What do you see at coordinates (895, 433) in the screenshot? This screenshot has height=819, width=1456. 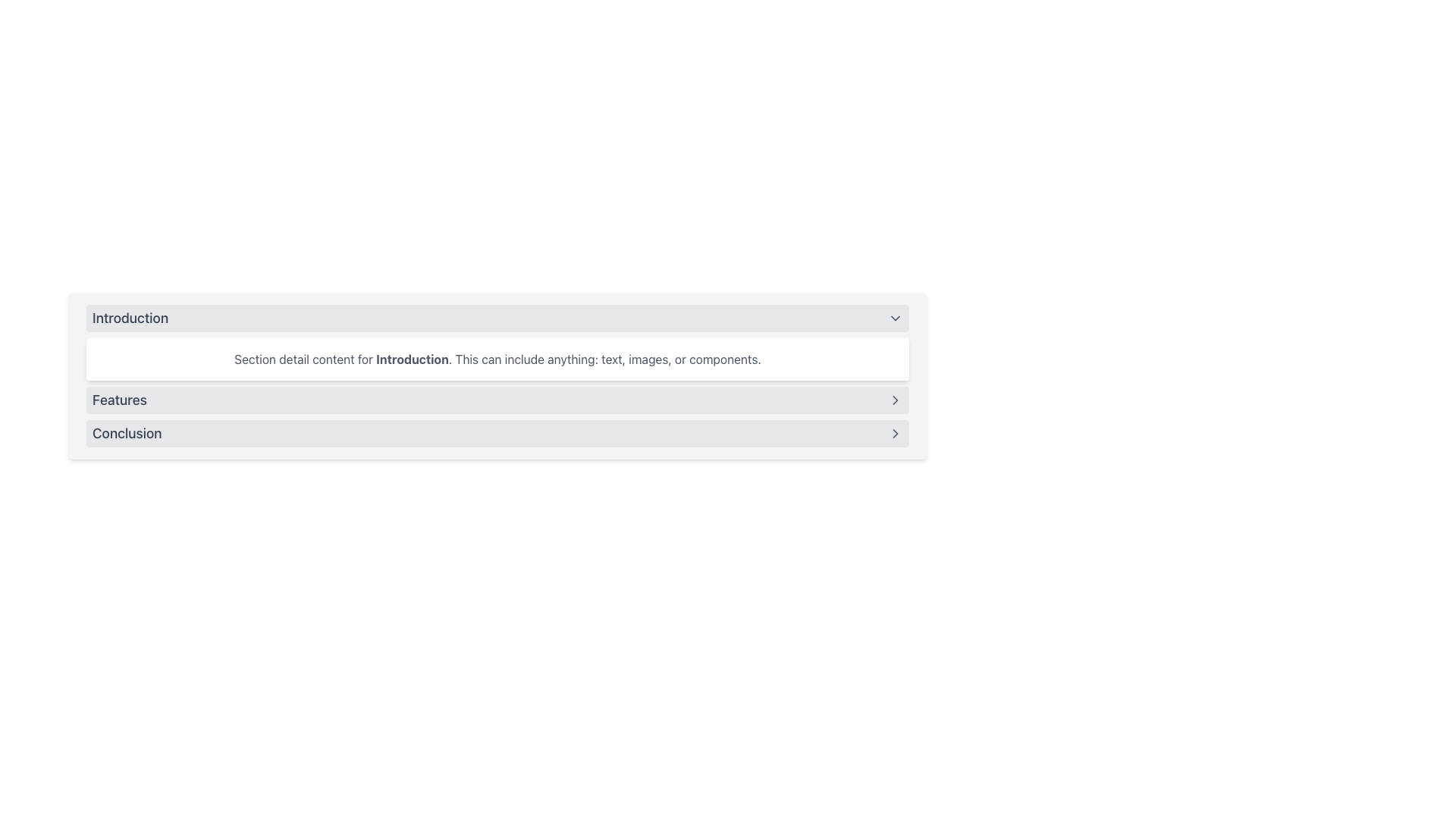 I see `the rightward arrow icon located at the right-hand side of the 'Features' section` at bounding box center [895, 433].